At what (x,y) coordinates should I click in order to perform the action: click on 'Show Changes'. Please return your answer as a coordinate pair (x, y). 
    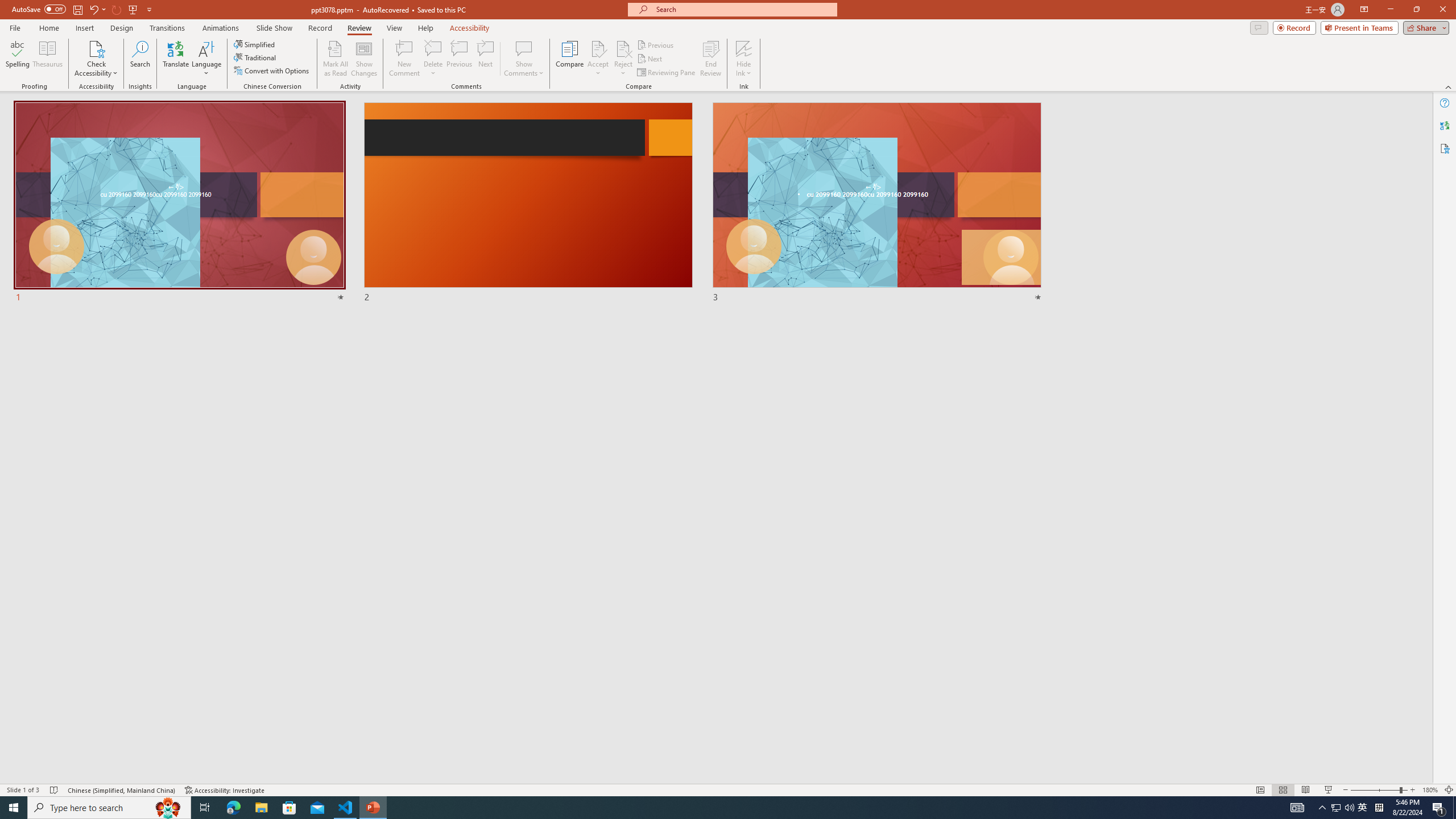
    Looking at the image, I should click on (364, 59).